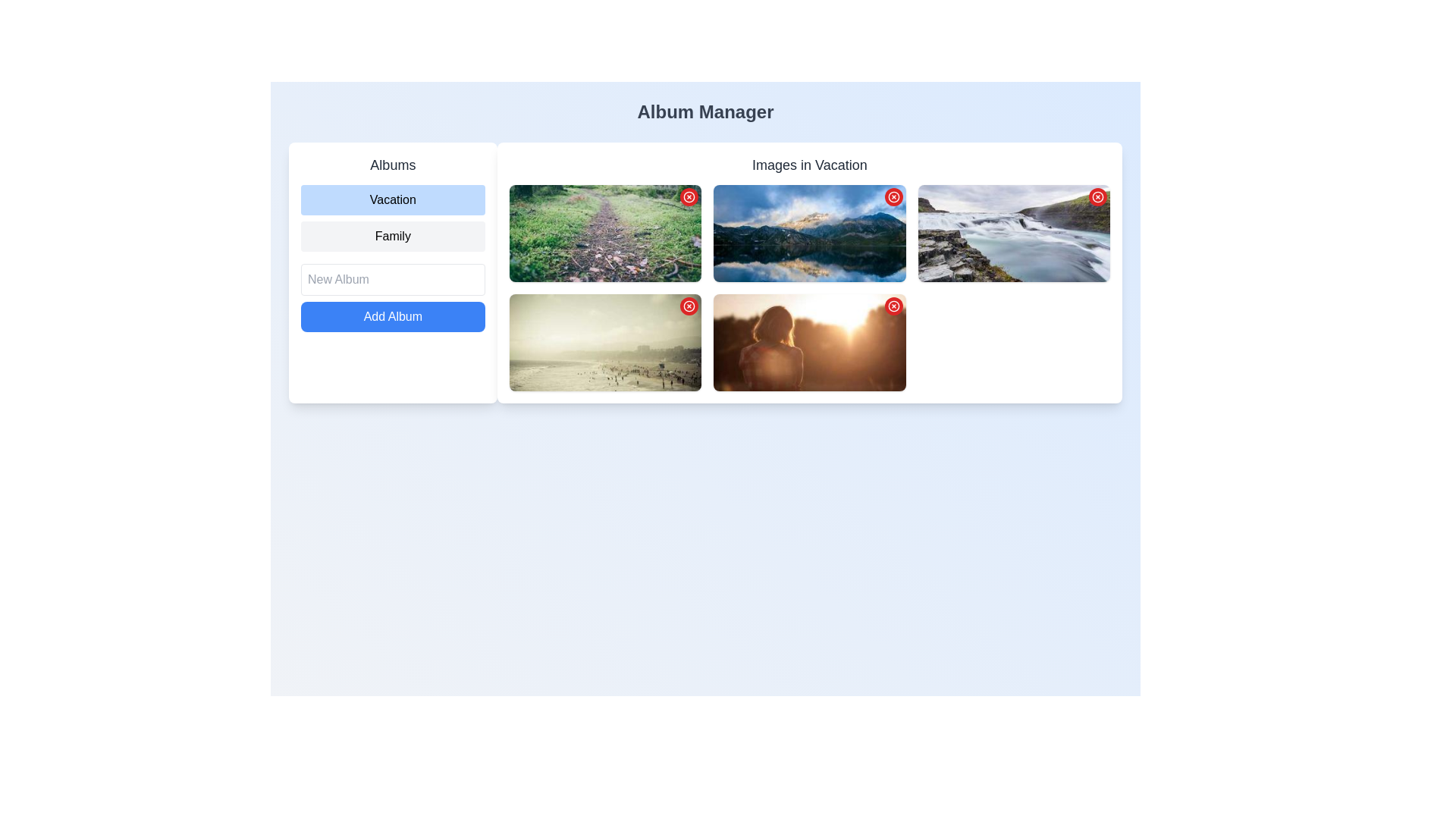  I want to click on the delete button located at the top-right corner of the second image in the second row of the 'Images in Vacation' section to change its background color, so click(689, 306).